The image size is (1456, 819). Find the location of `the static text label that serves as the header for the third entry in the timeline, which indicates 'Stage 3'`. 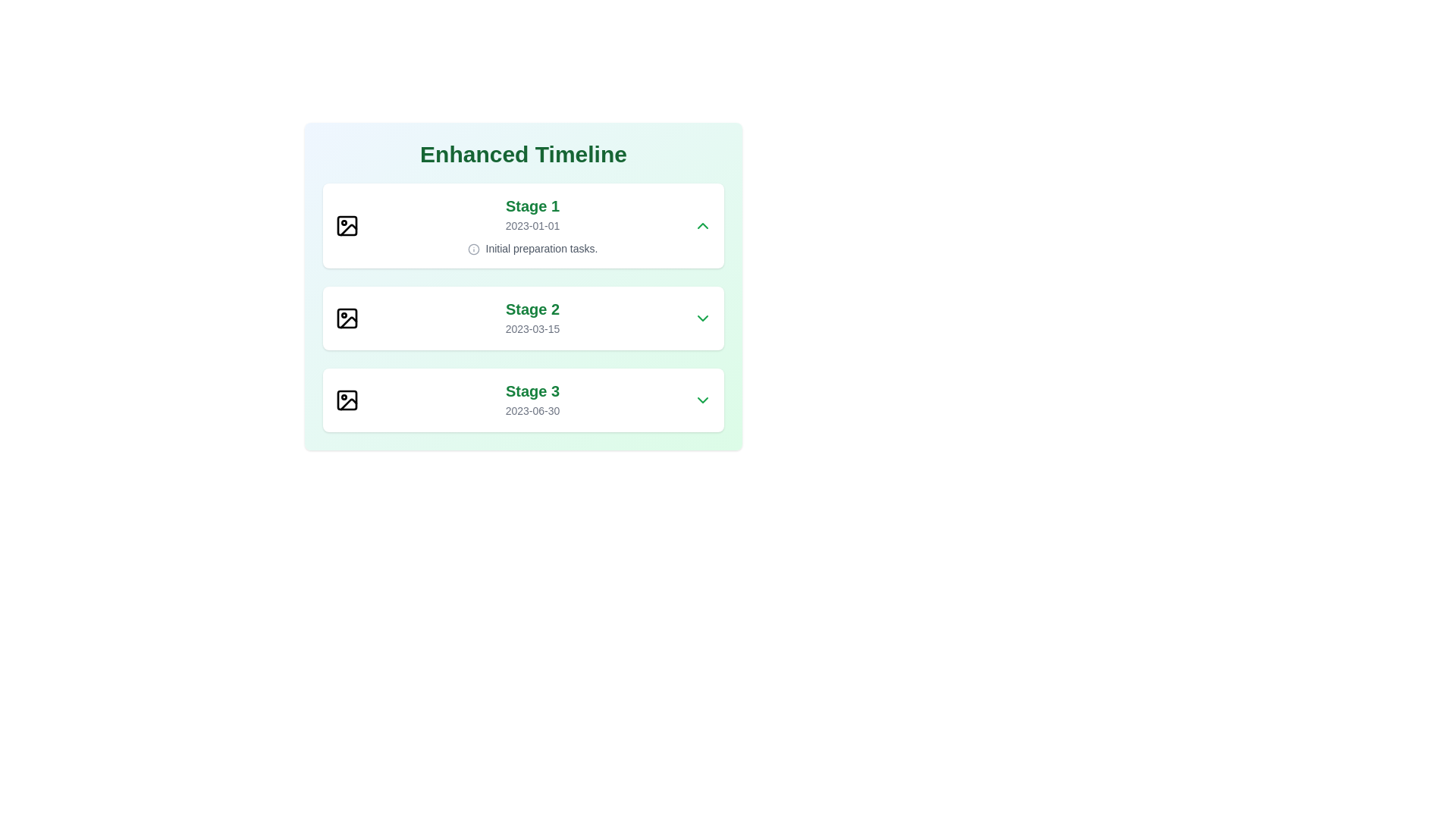

the static text label that serves as the header for the third entry in the timeline, which indicates 'Stage 3' is located at coordinates (532, 391).